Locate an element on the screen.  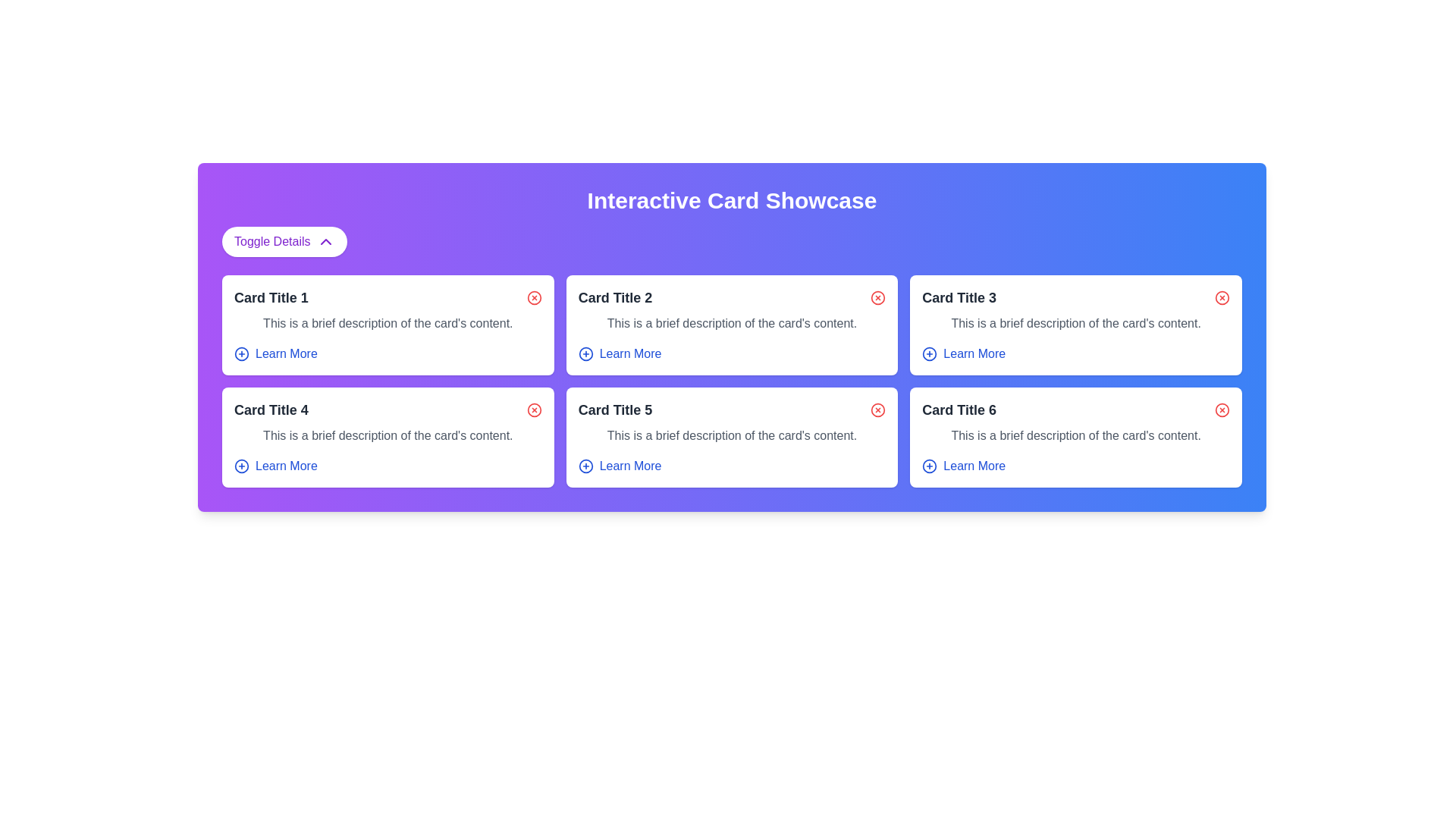
the decorative icon that signifies the expandable 'Learn More' feature located in 'Card Title 1' within the Interactive Card Showcase interface is located at coordinates (240, 353).